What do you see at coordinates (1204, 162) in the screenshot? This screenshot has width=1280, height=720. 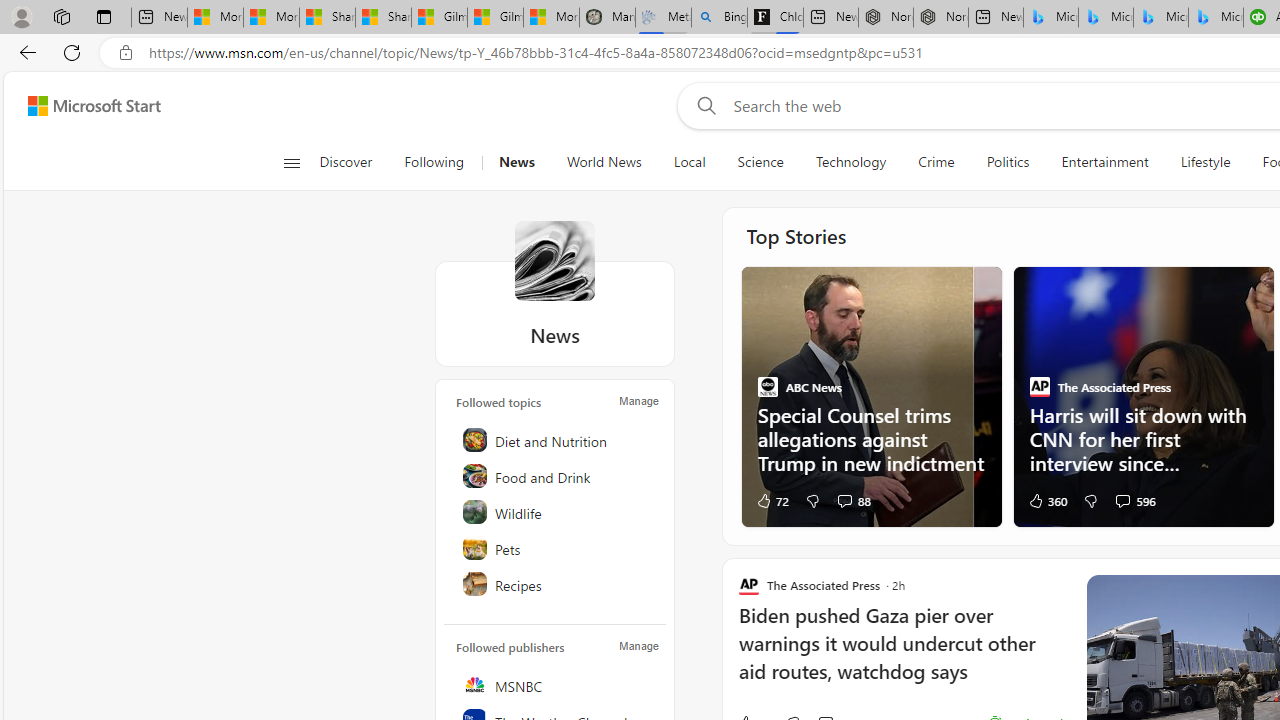 I see `'Lifestyle'` at bounding box center [1204, 162].